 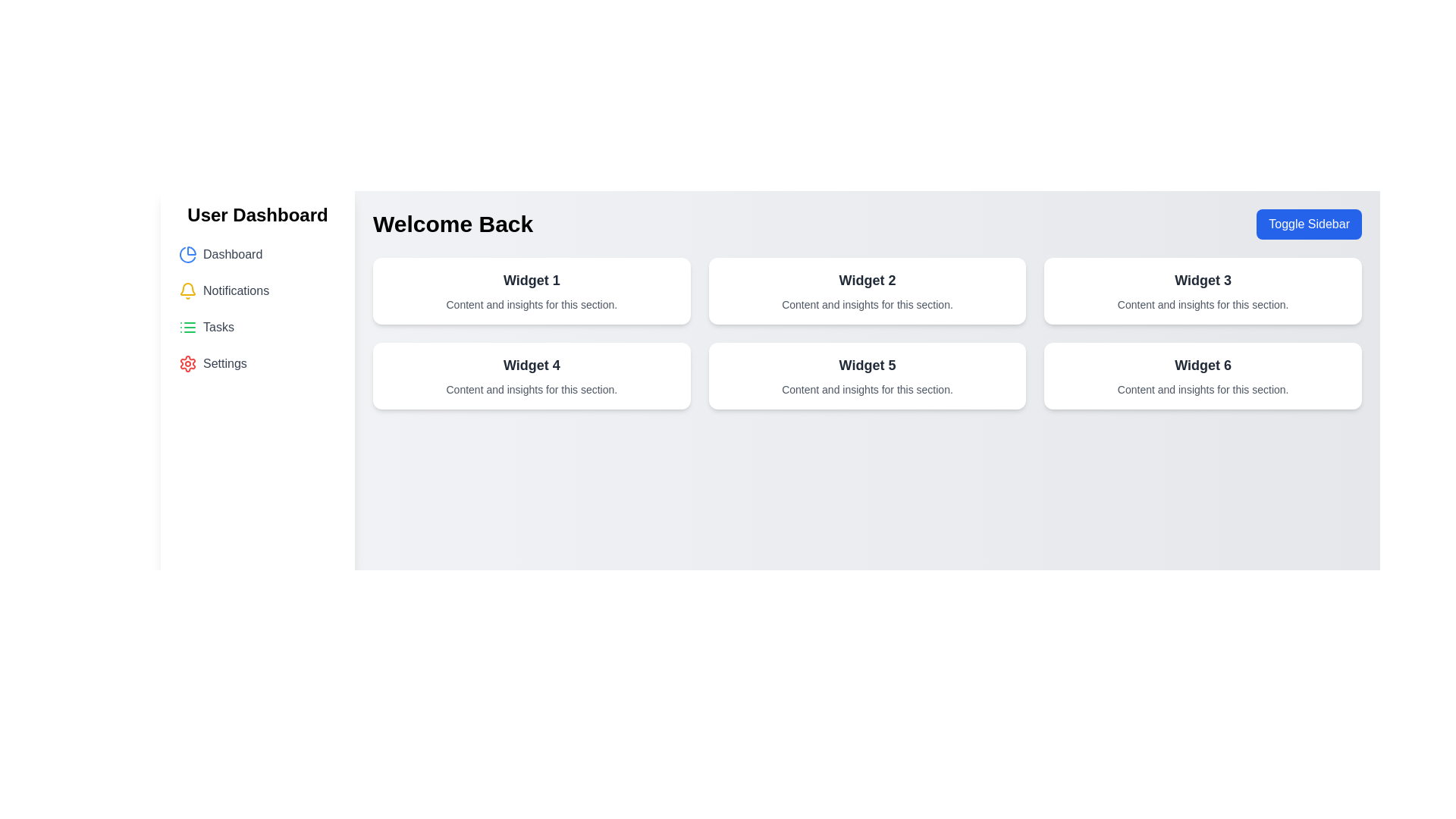 What do you see at coordinates (258, 327) in the screenshot?
I see `the Navigation link that redirects users to the task management section, located in the vertical navigation menu after 'Notifications' and before 'Settings'` at bounding box center [258, 327].